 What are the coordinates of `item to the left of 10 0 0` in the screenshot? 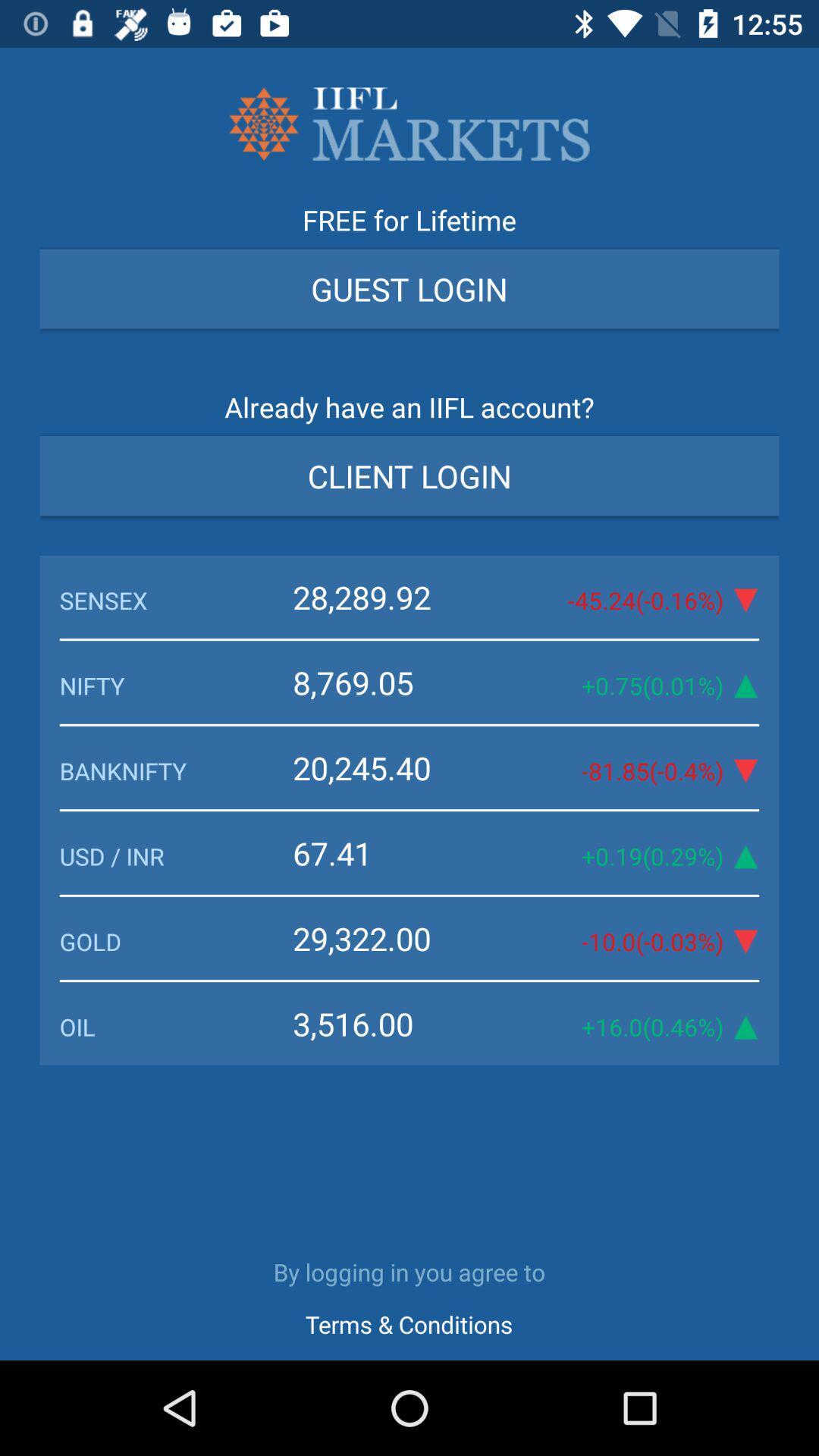 It's located at (397, 937).